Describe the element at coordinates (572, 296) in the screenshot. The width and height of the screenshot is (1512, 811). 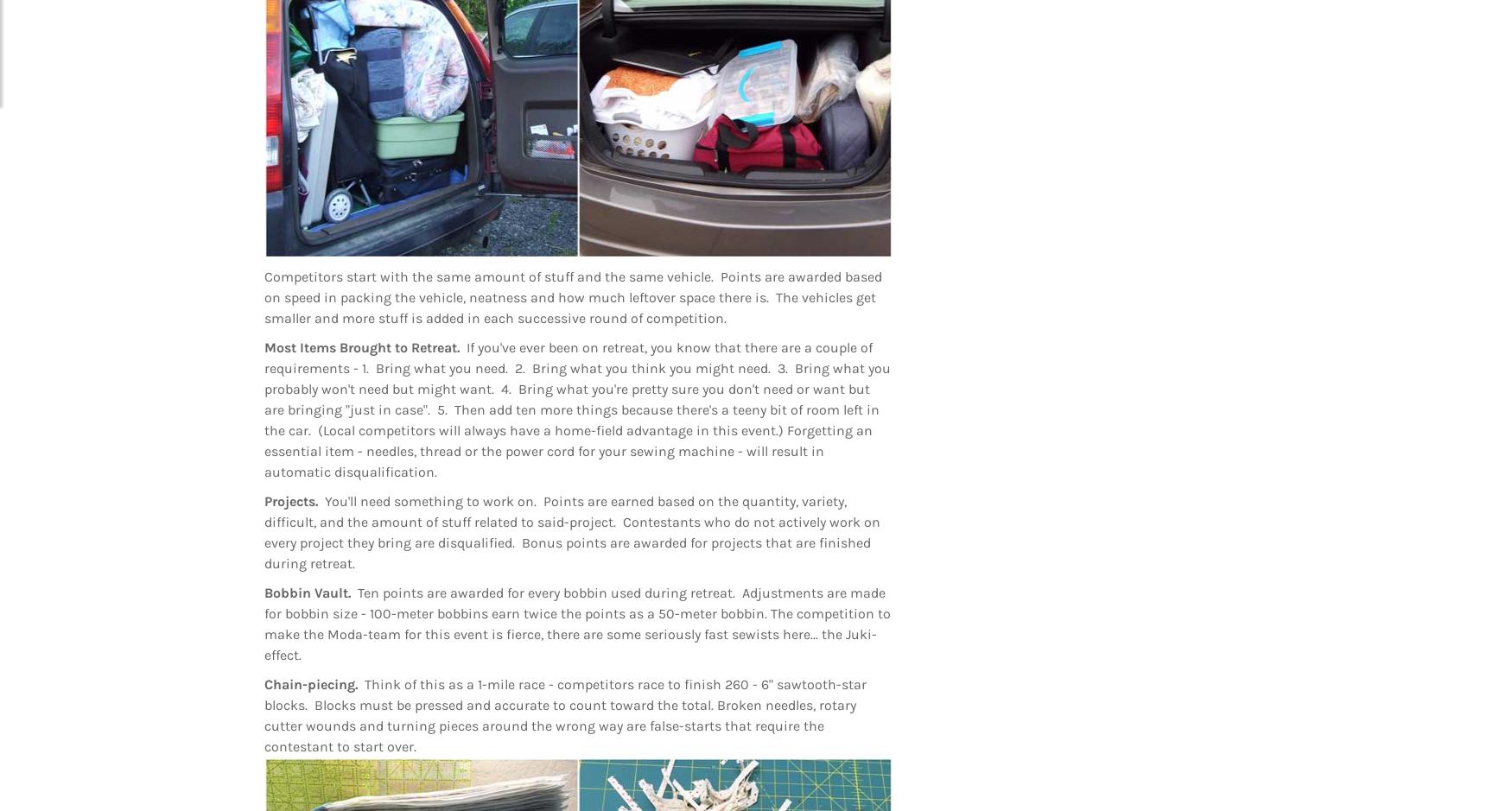
I see `'Competitors start with the same amount of stuff and the same vehicle.  Points are awarded based on speed in packing the vehicle, neatness and how much leftover space there is.  The vehicles get smaller and more stuff is added in each successive round of competition.'` at that location.